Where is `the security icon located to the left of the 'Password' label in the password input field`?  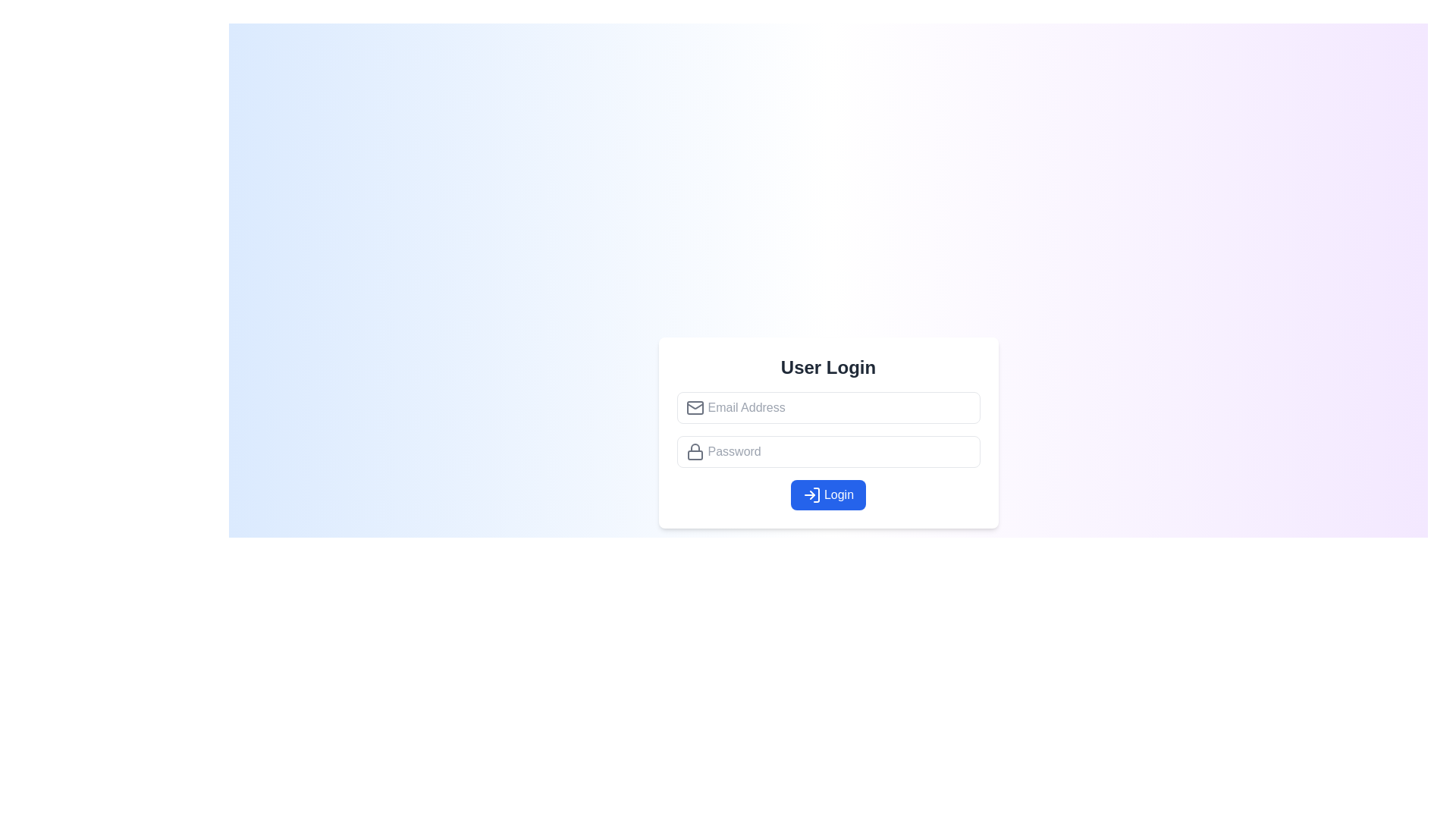
the security icon located to the left of the 'Password' label in the password input field is located at coordinates (694, 451).